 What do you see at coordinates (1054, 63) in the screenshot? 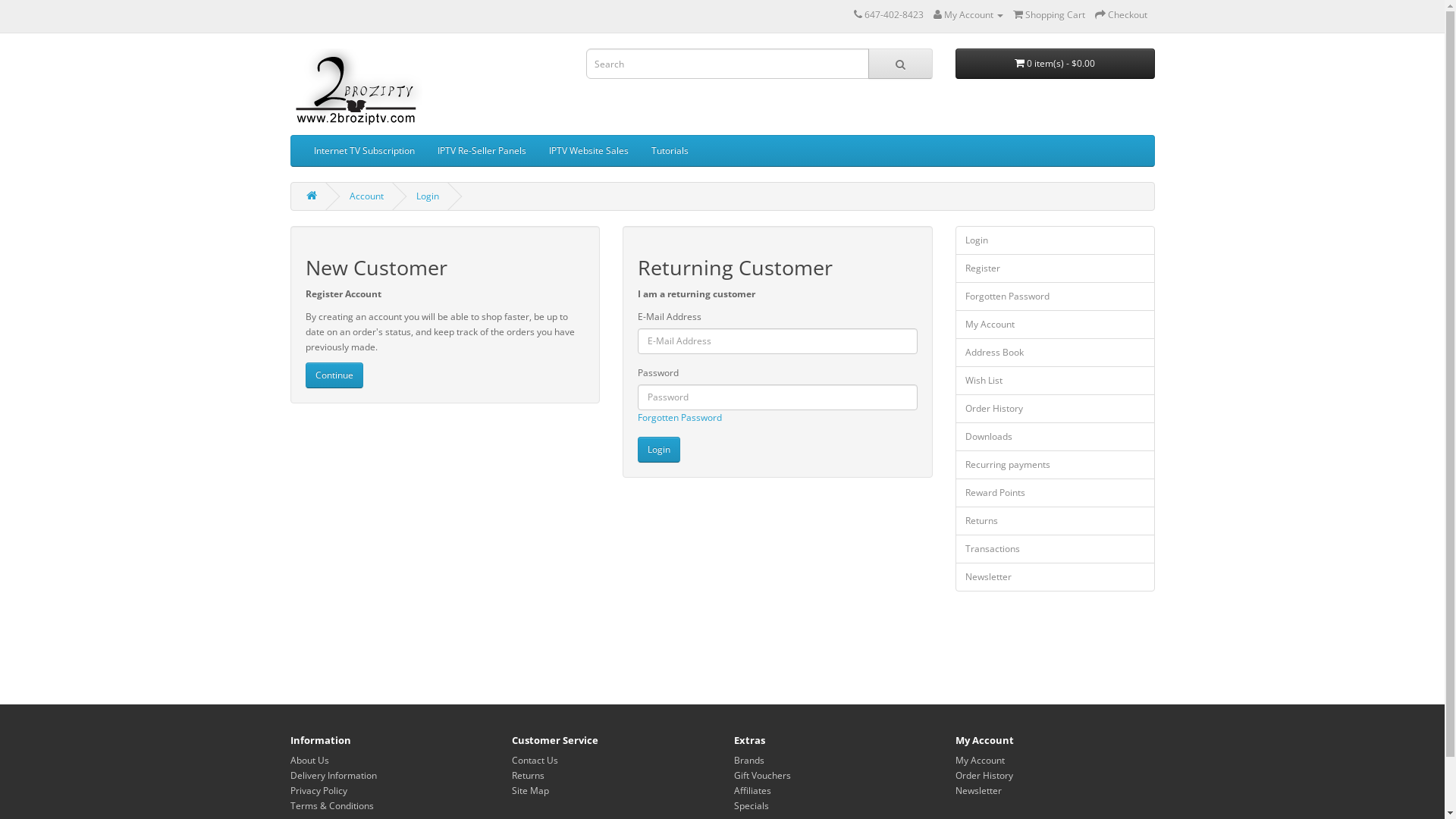
I see `'0 item(s) - $0.00'` at bounding box center [1054, 63].